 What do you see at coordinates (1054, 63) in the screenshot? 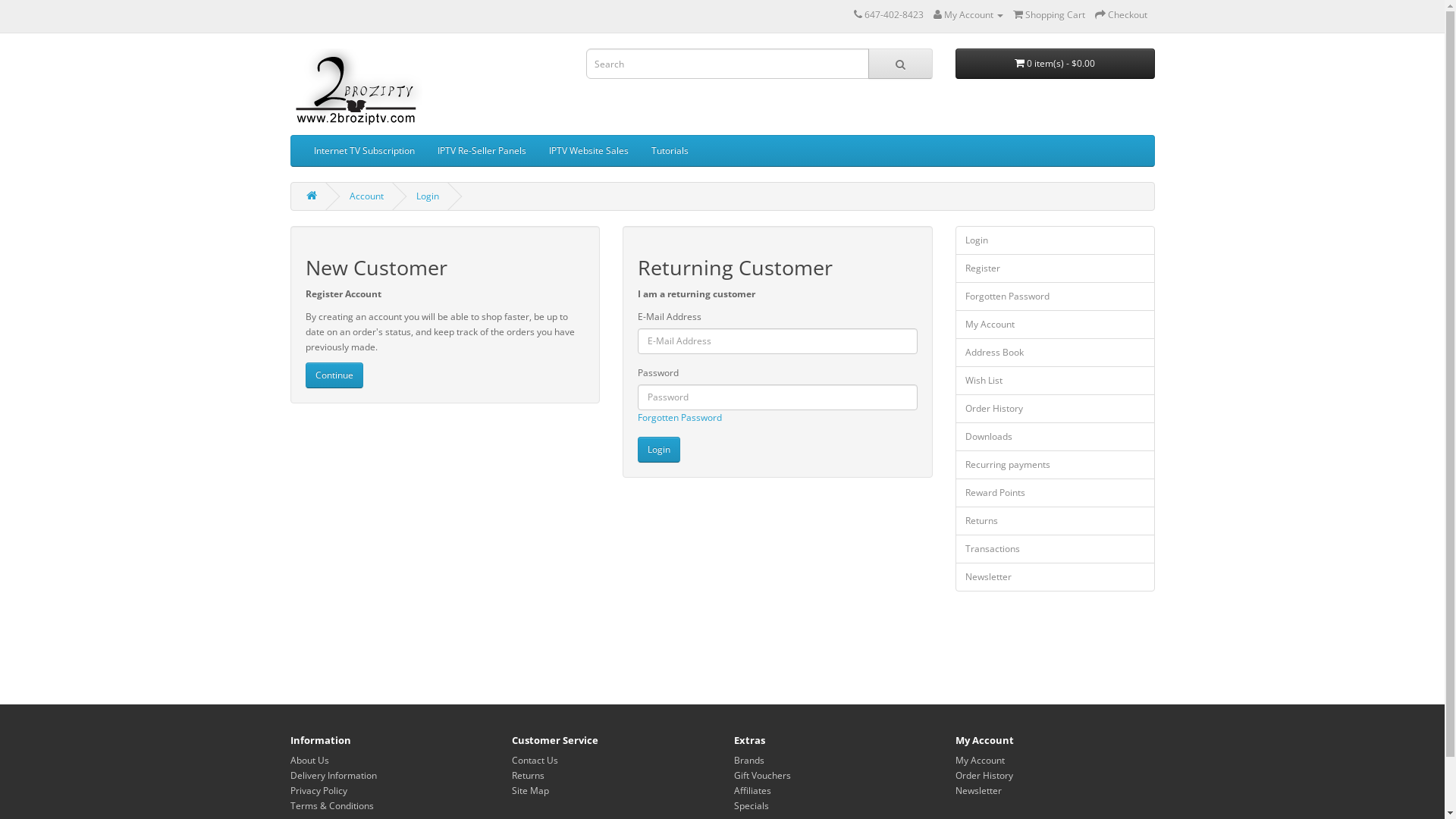
I see `'0 item(s) - $0.00'` at bounding box center [1054, 63].